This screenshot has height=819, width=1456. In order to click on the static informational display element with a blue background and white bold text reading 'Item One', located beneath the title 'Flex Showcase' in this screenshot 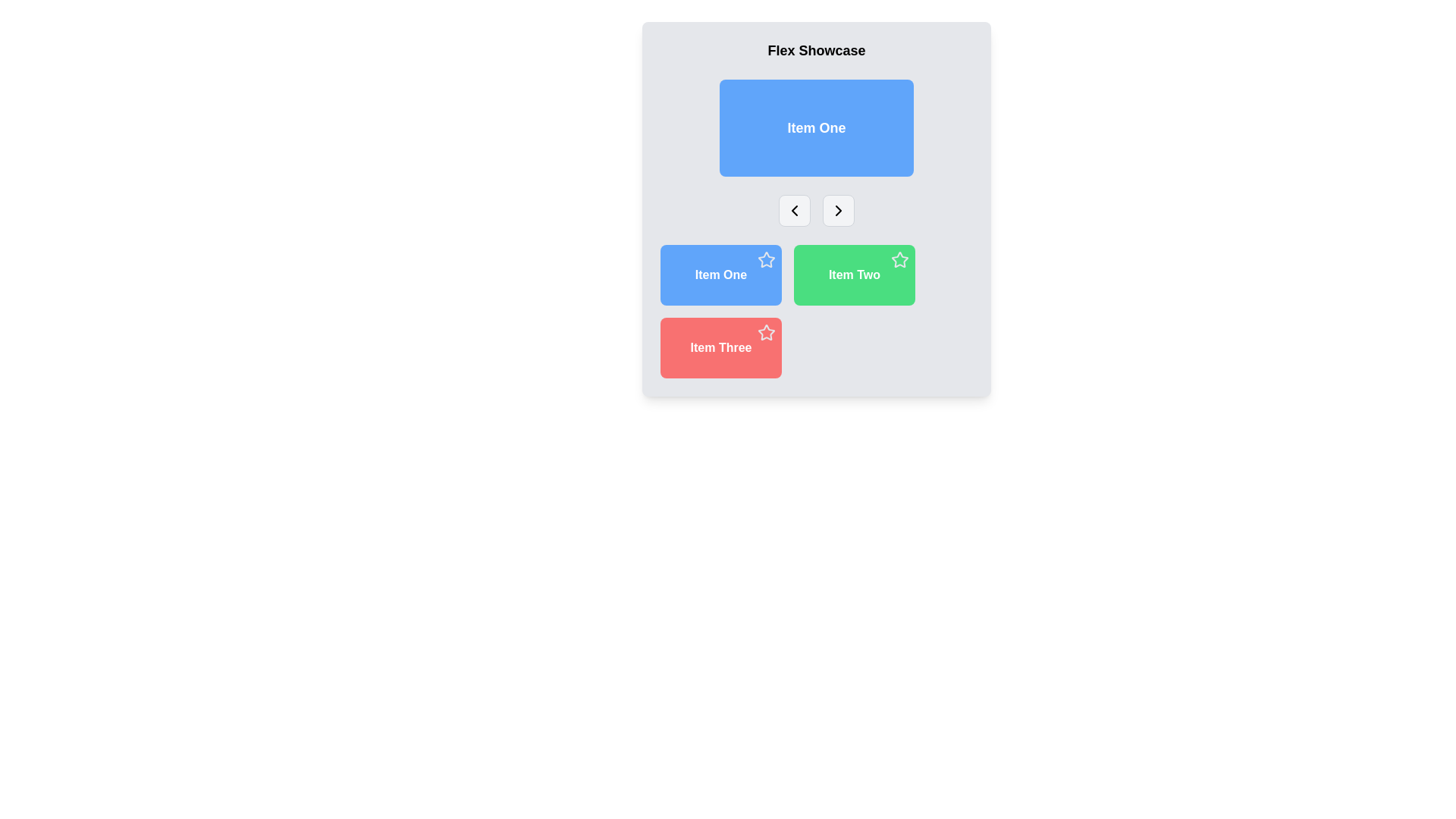, I will do `click(815, 127)`.